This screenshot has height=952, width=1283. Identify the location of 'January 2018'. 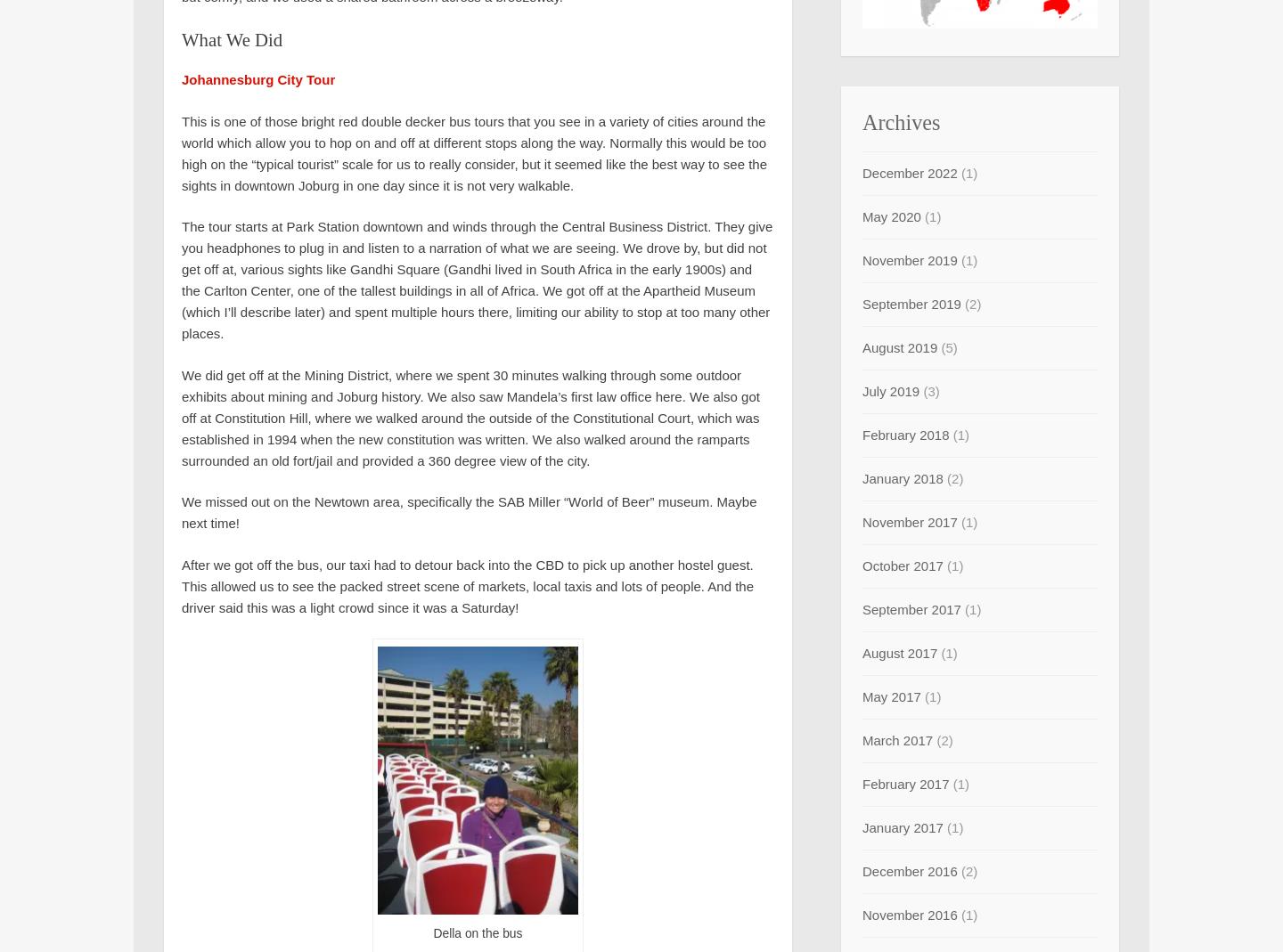
(902, 478).